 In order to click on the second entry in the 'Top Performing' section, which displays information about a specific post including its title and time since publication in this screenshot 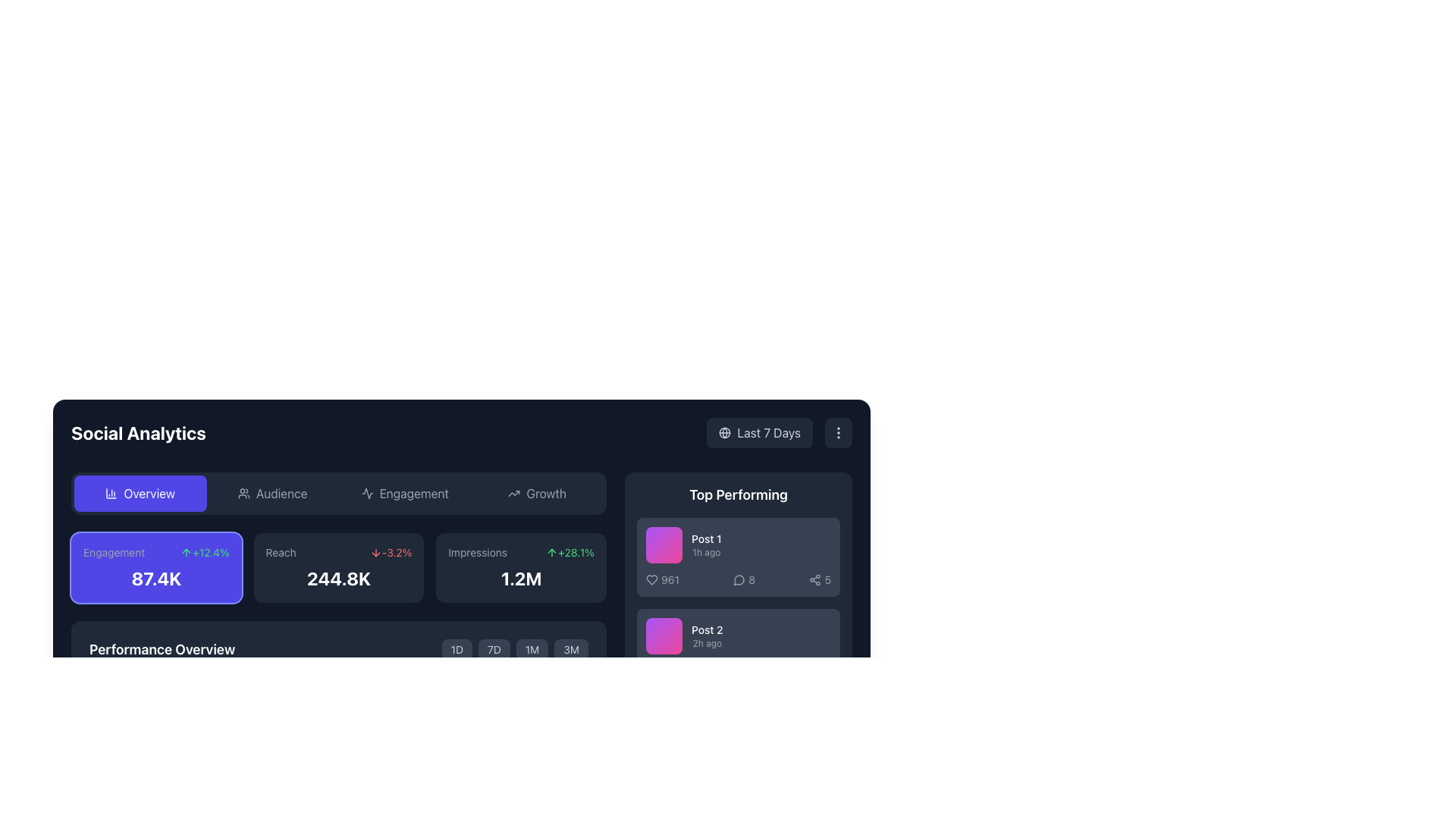, I will do `click(739, 636)`.